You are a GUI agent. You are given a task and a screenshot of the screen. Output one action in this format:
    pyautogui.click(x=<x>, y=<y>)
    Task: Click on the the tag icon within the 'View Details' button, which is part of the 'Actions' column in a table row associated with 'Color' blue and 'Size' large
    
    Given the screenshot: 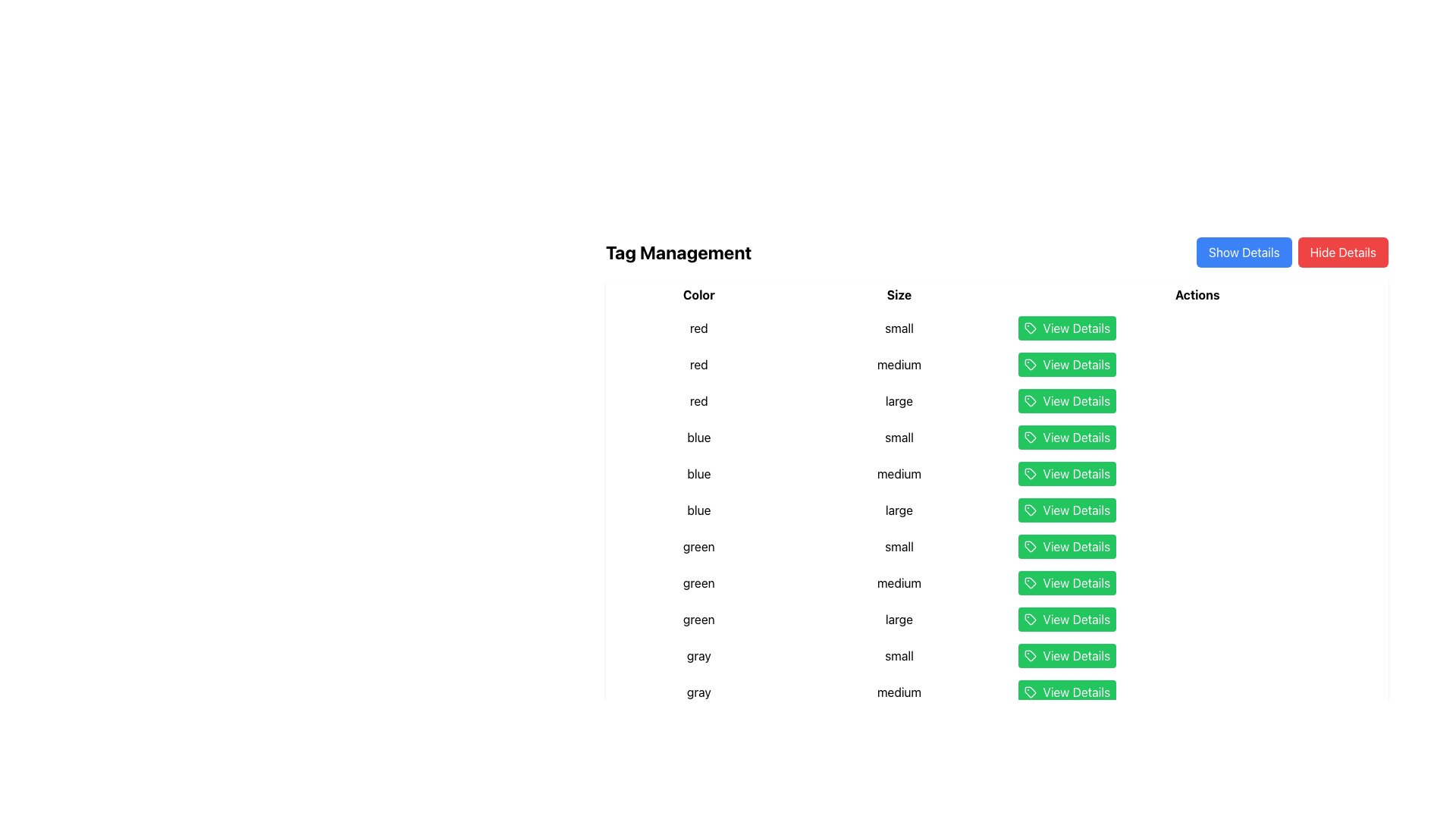 What is the action you would take?
    pyautogui.click(x=1031, y=400)
    